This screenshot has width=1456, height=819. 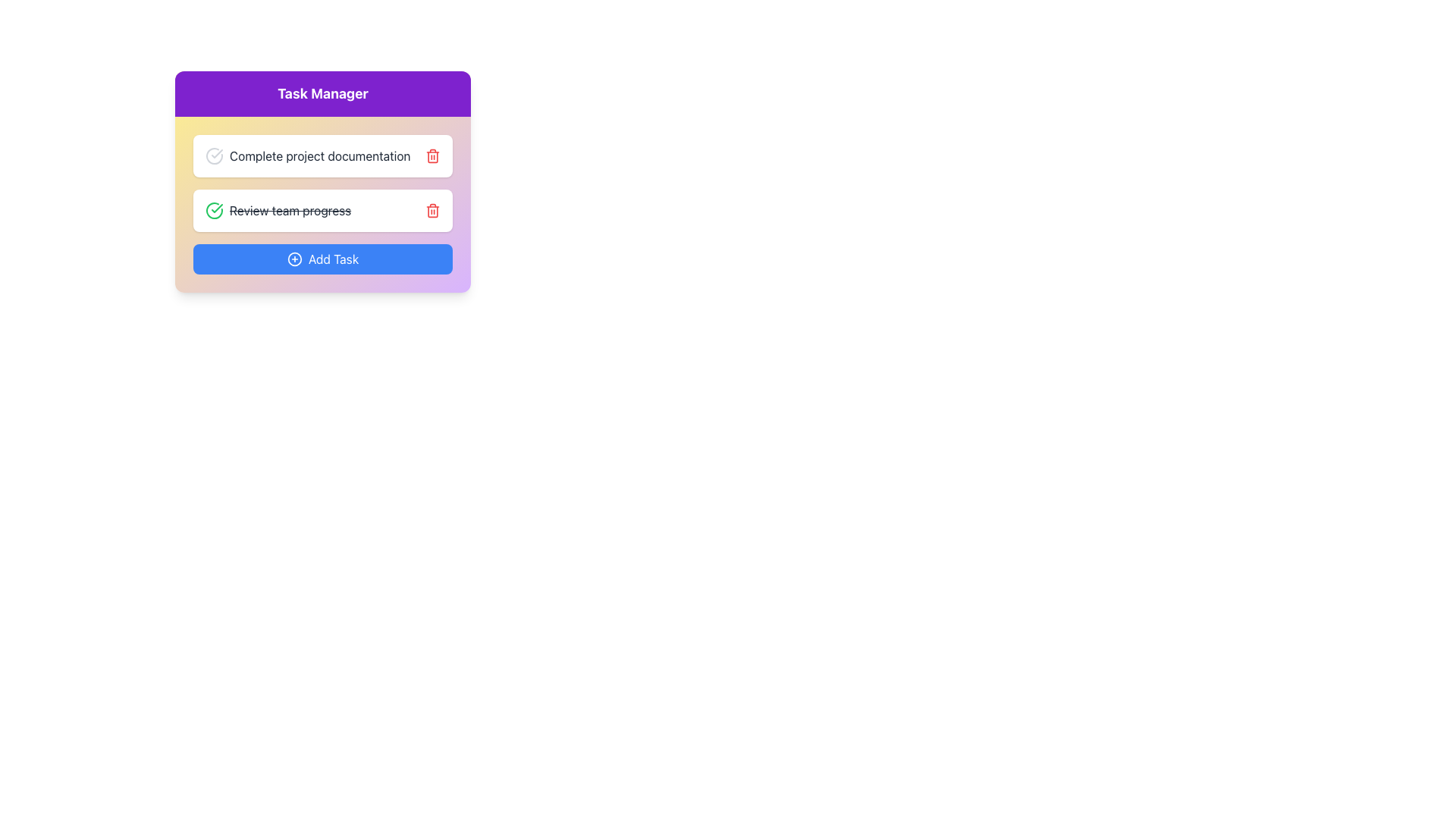 What do you see at coordinates (322, 93) in the screenshot?
I see `the Header or Title Element located at the top of the task management panel, which provides context about the panel's purpose` at bounding box center [322, 93].